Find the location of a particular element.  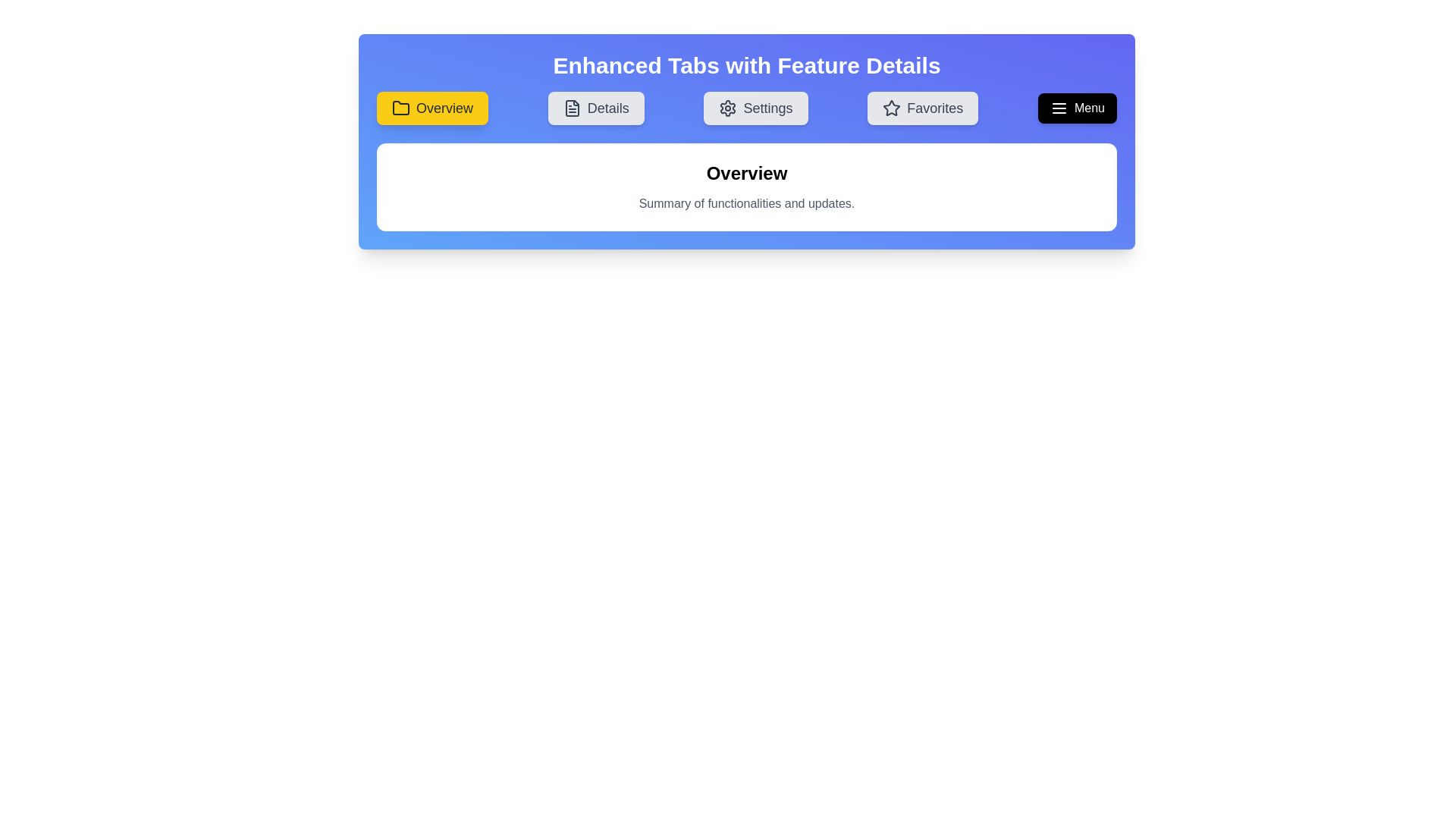

the star-shaped icon that is part of the 'Favorites' button in the top navigation bar is located at coordinates (892, 107).